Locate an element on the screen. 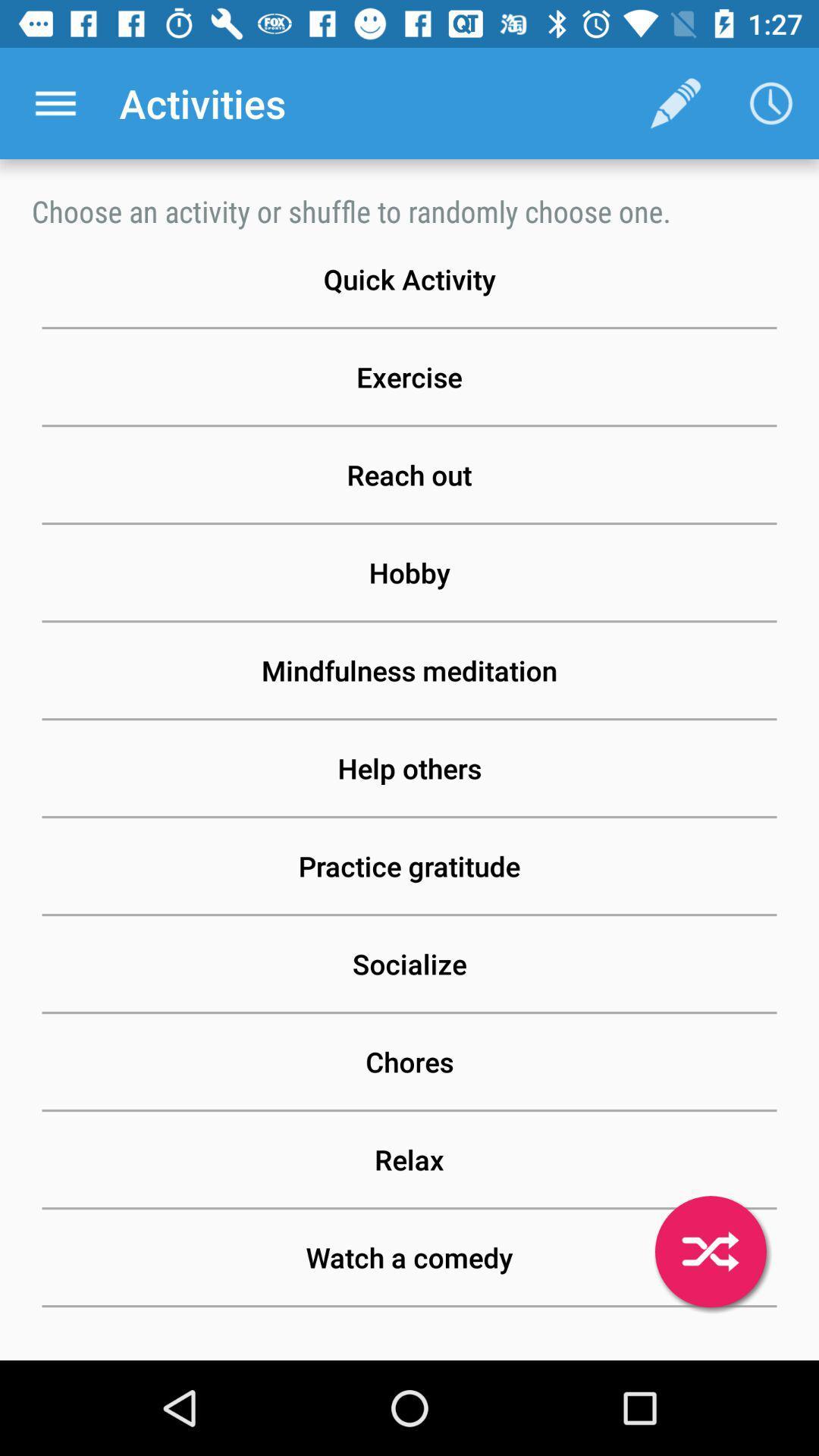 This screenshot has width=819, height=1456. the hobby is located at coordinates (409, 572).